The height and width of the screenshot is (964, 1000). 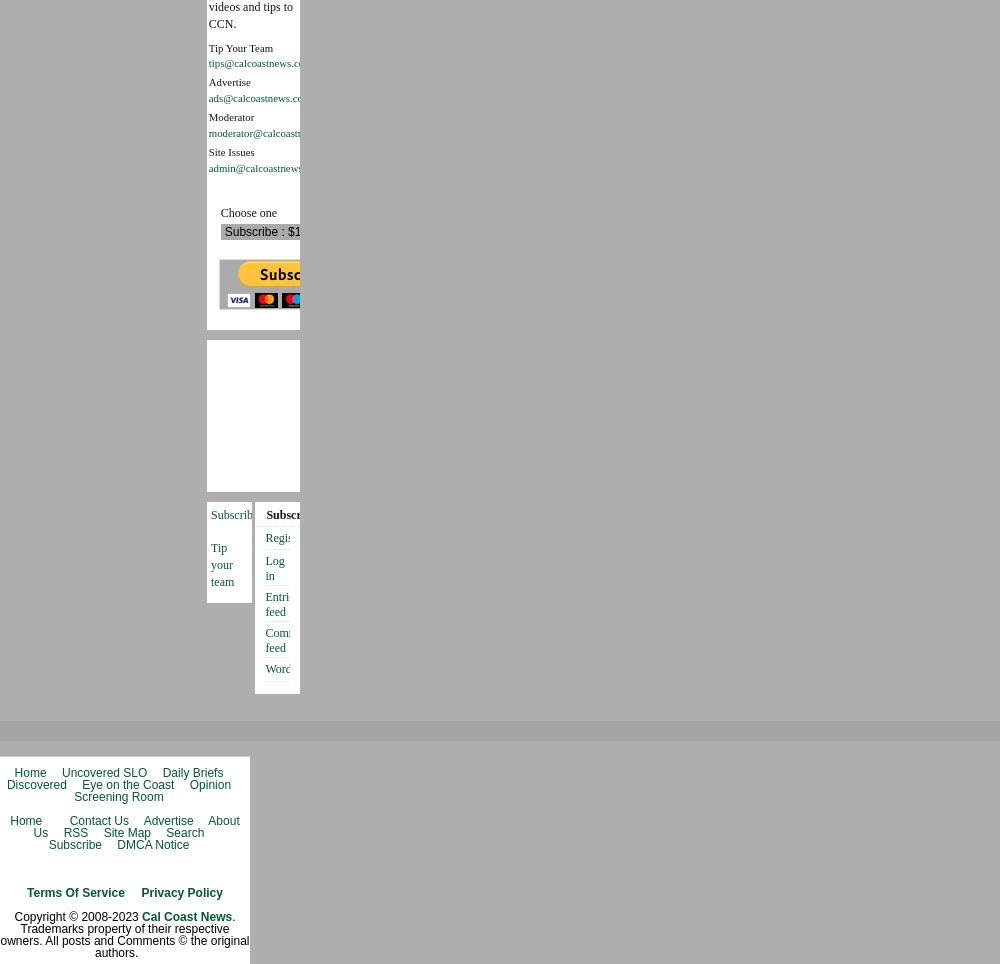 I want to click on 'RSS', so click(x=74, y=831).